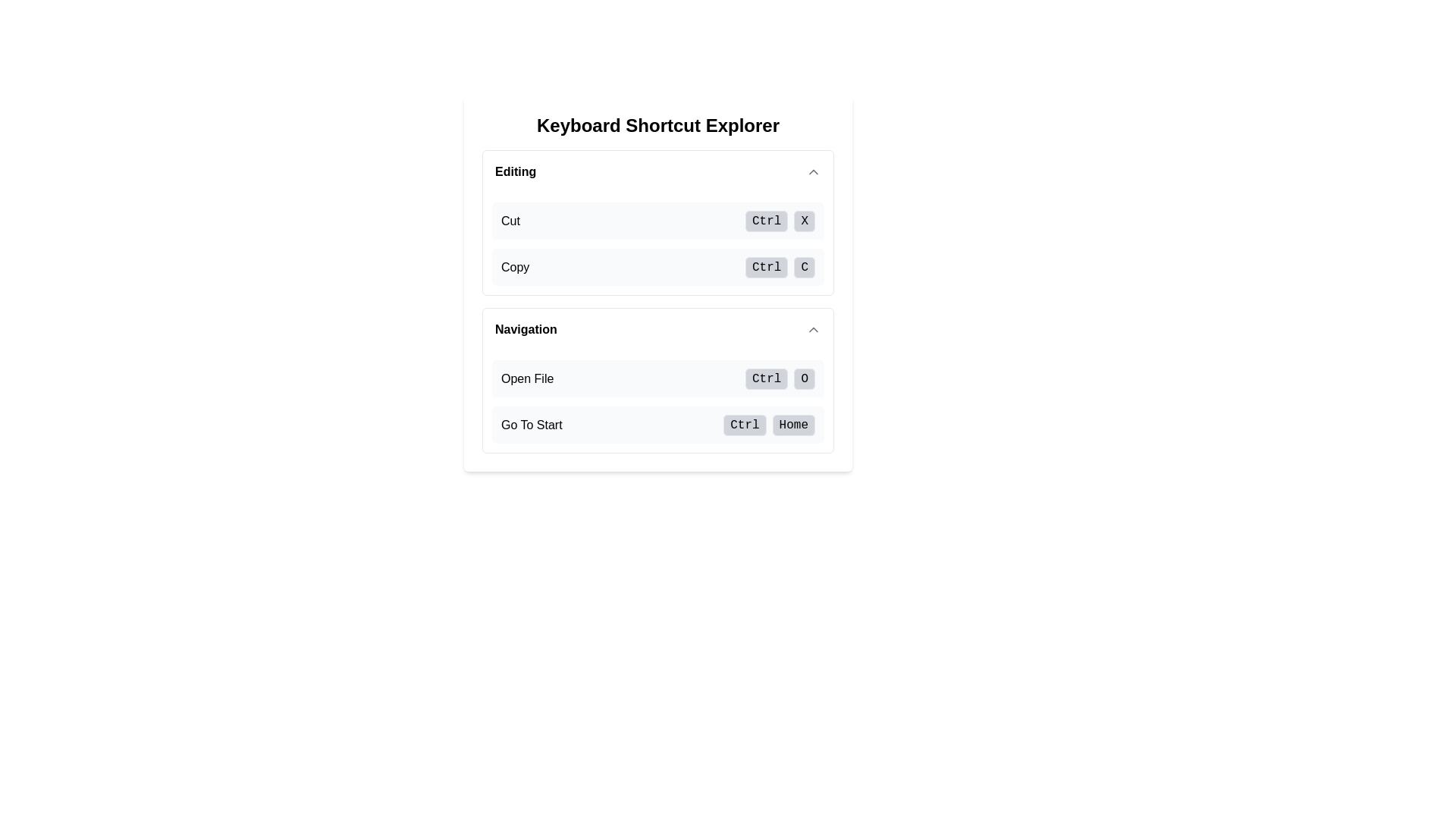 The height and width of the screenshot is (819, 1456). I want to click on the button-like text label containing the letter 'X', located to the right of the 'Ctrl' element in the 'Cut' entry of the 'Keyboard Shortcut Explorer' interface, so click(804, 221).